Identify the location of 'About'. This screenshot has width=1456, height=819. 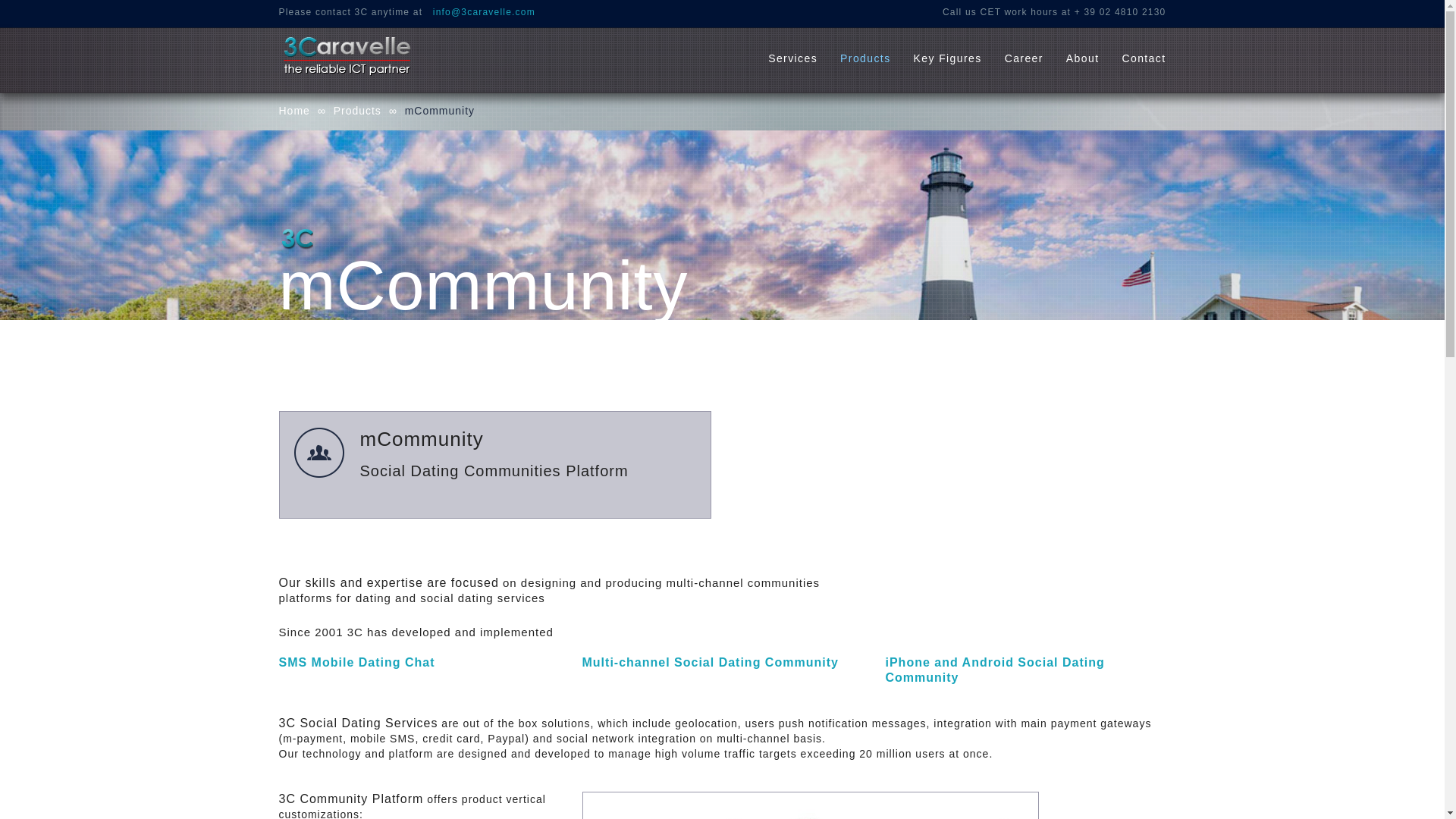
(1054, 57).